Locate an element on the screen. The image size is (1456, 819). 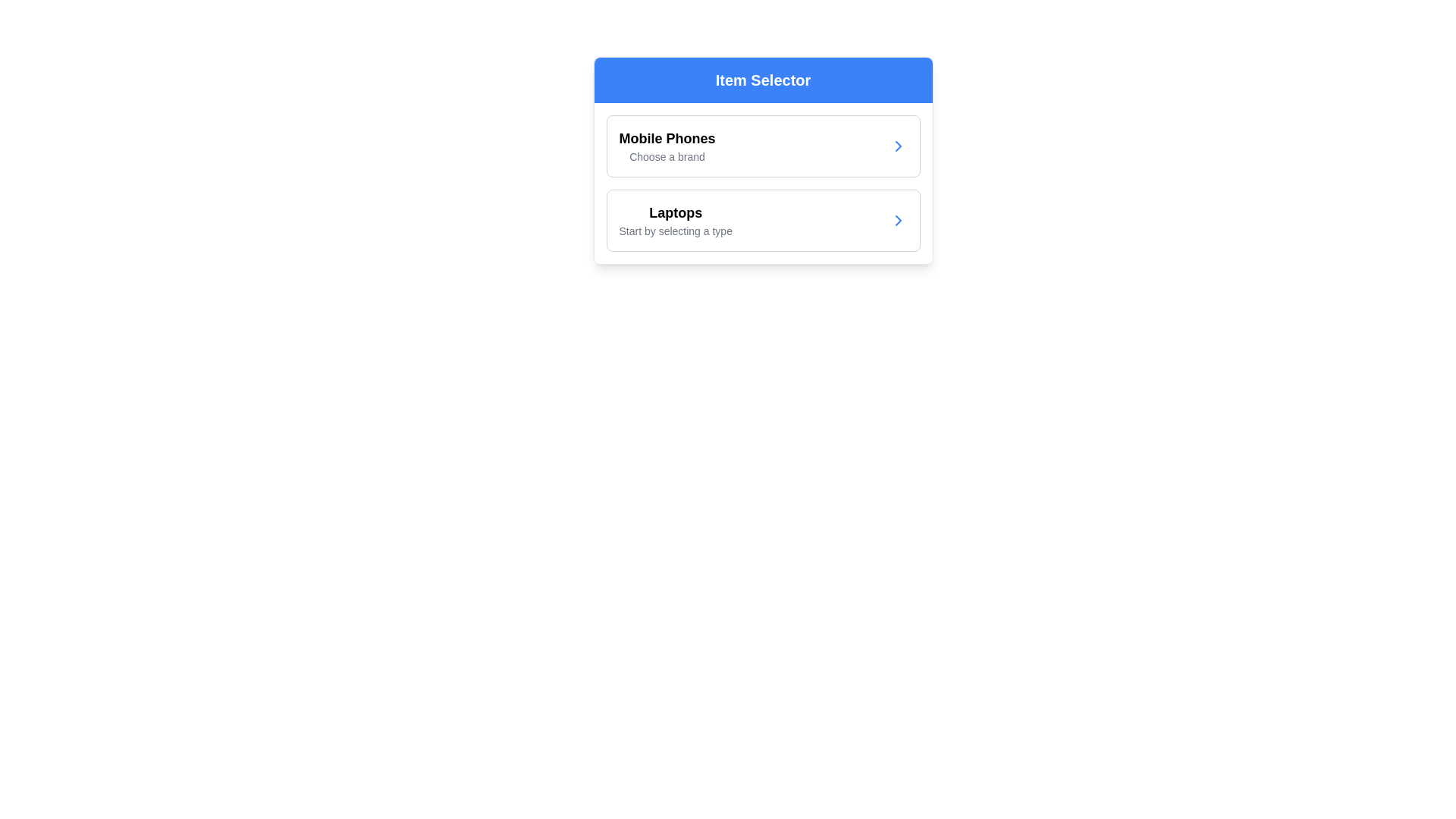
the text block that displays 'Mobile Phones' and 'Choose a brand', which is the first section under 'Item Selector' is located at coordinates (667, 146).